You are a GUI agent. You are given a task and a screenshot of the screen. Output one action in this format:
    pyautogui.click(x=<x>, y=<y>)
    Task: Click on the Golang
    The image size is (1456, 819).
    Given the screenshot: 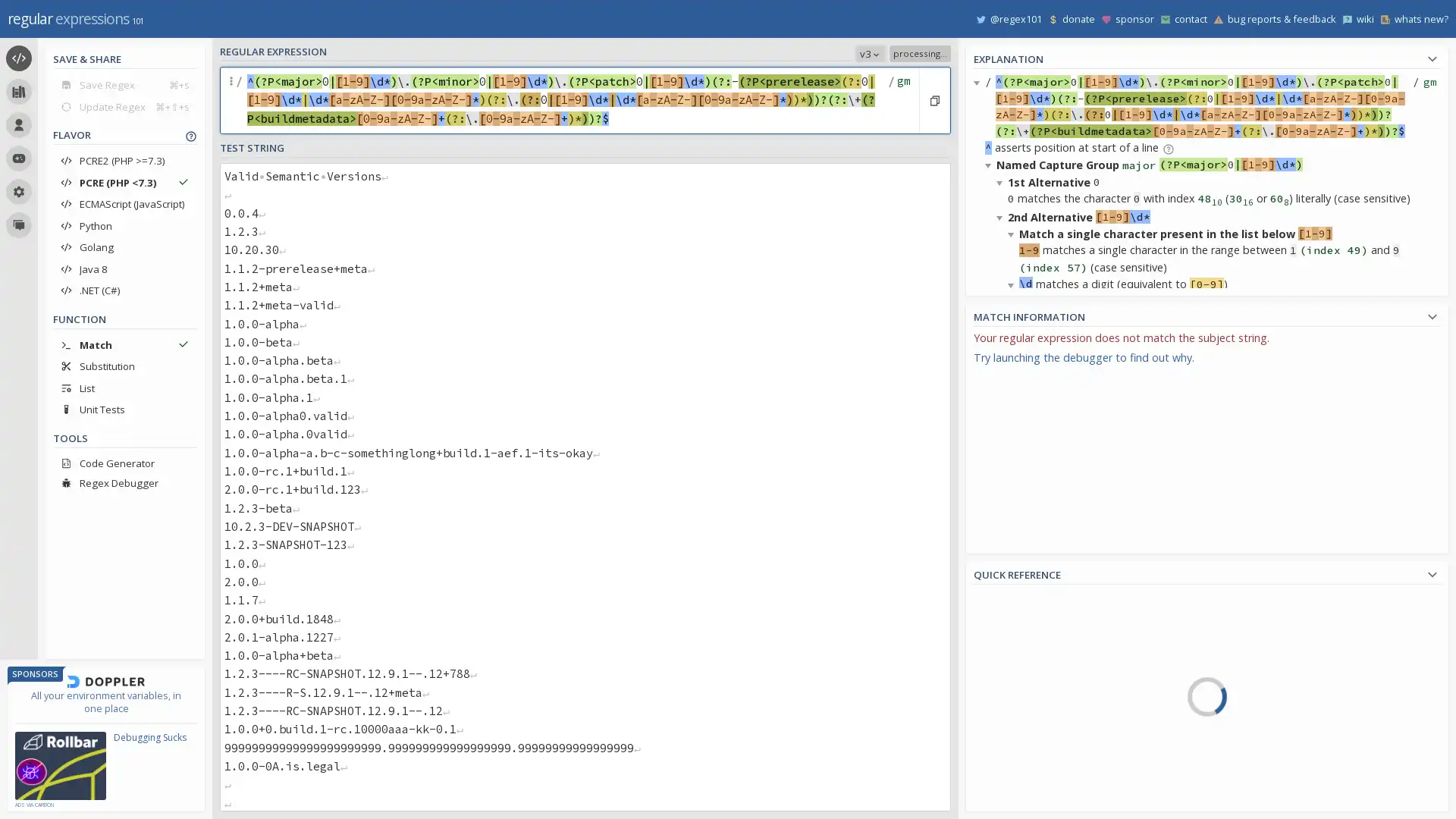 What is the action you would take?
    pyautogui.click(x=124, y=246)
    